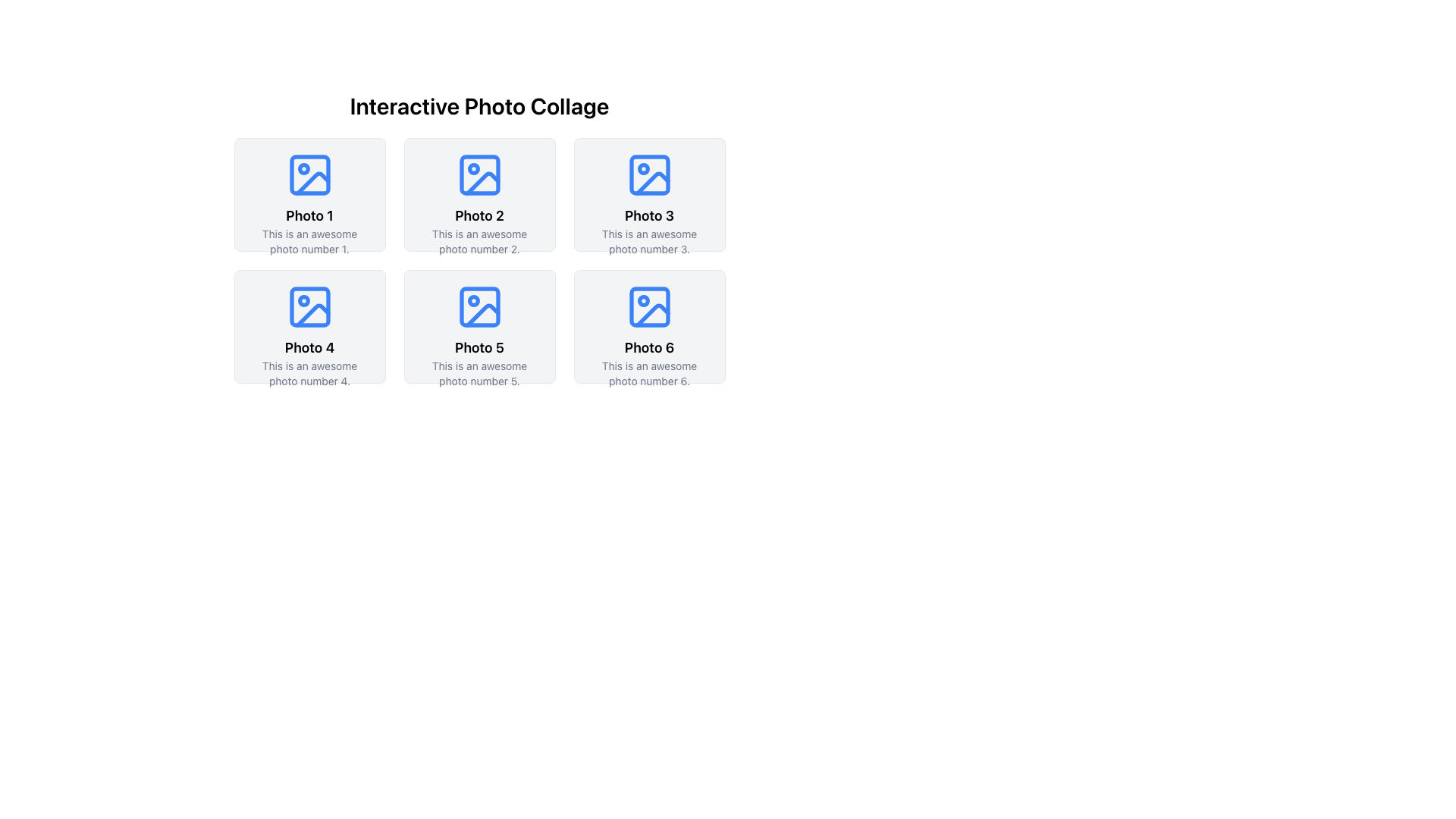  What do you see at coordinates (309, 307) in the screenshot?
I see `the rounded rectangle graphic that is part of the 'Photo 4' icon, located in the lower-left corner of the 2x3 grid layout` at bounding box center [309, 307].